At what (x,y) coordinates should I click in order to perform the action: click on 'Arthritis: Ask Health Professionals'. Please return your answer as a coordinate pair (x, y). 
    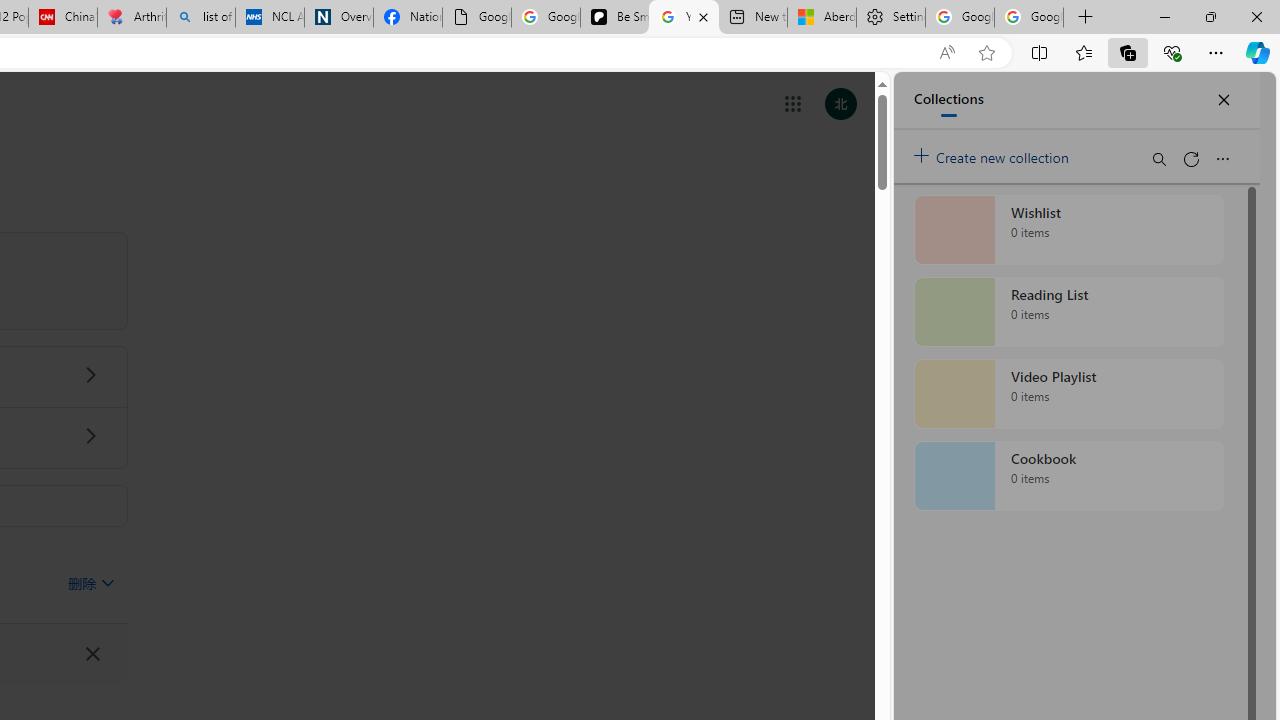
    Looking at the image, I should click on (131, 17).